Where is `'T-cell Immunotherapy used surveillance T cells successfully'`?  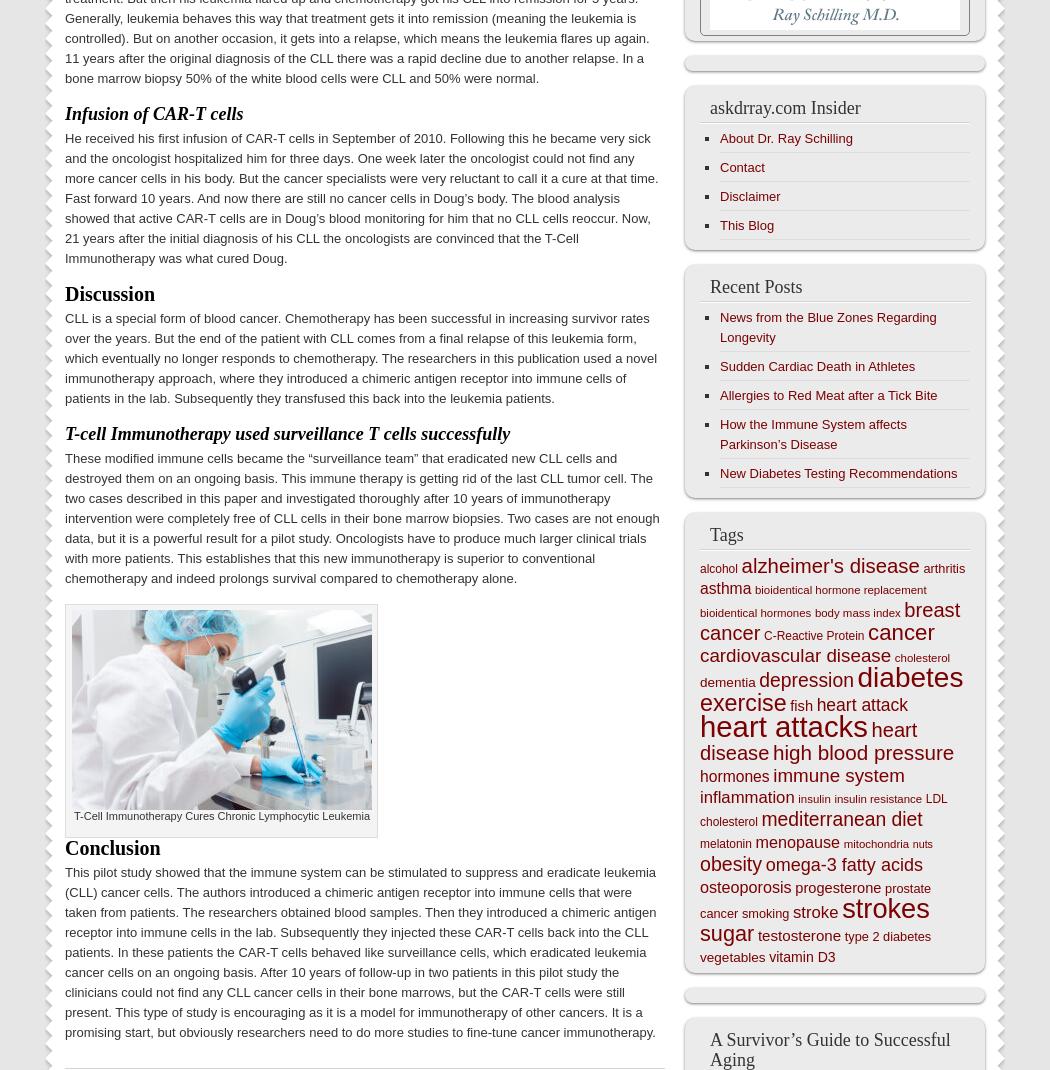 'T-cell Immunotherapy used surveillance T cells successfully' is located at coordinates (286, 432).